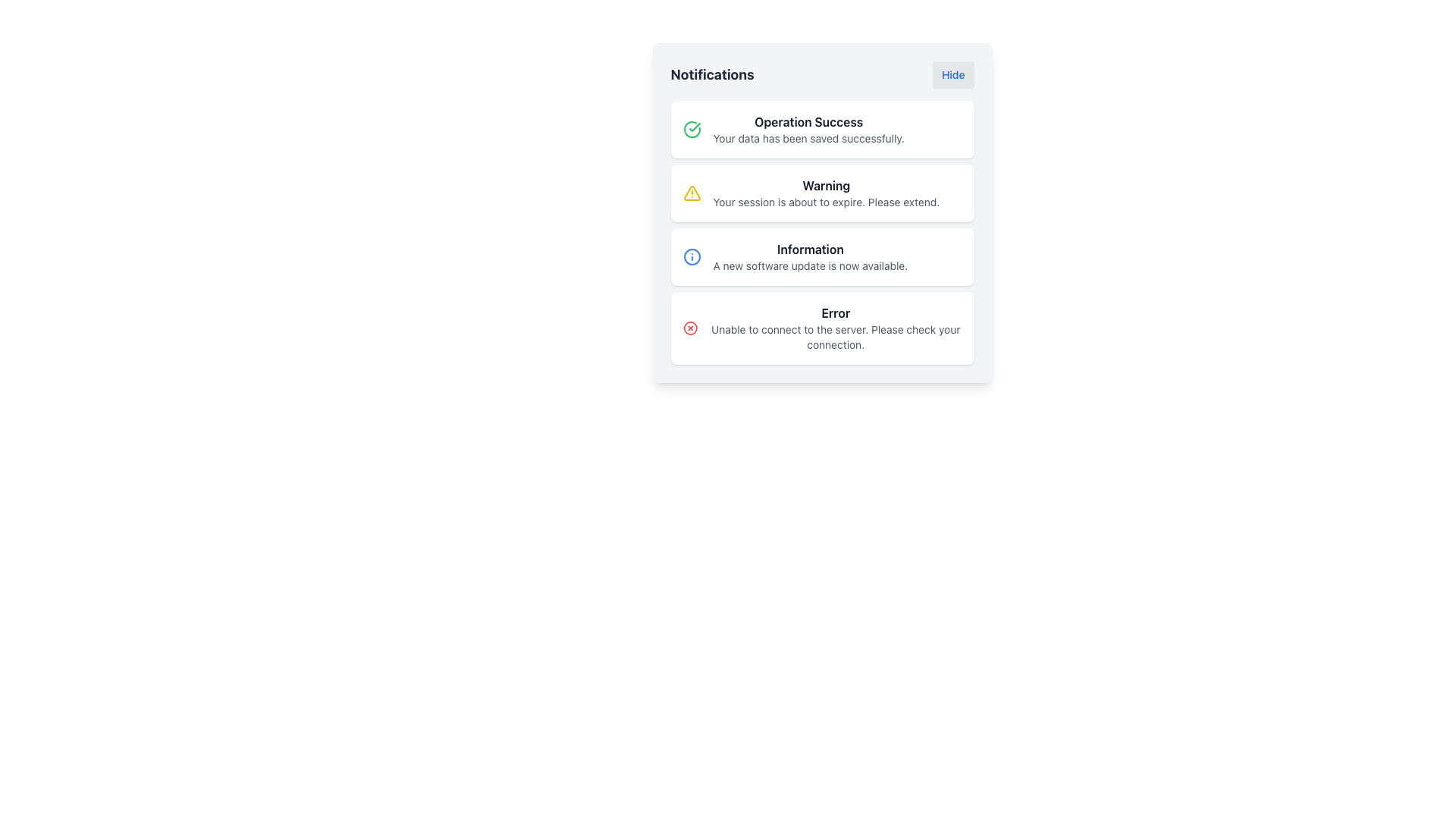 Image resolution: width=1456 pixels, height=819 pixels. Describe the element at coordinates (825, 192) in the screenshot. I see `the warning displayed in the text component, which features a bold 'Warning' heading and a message about session expiration` at that location.